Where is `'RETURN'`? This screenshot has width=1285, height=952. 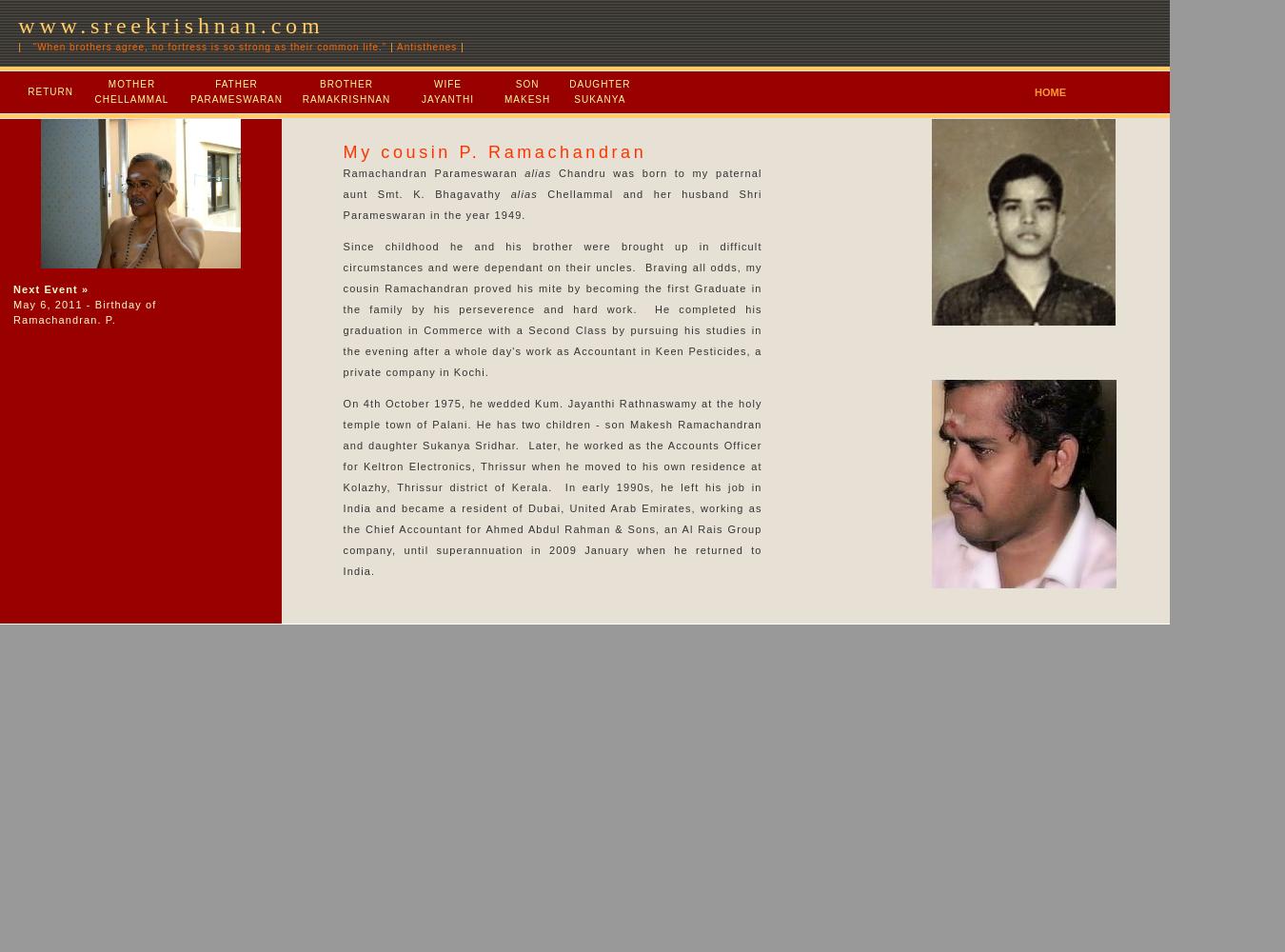
'RETURN' is located at coordinates (27, 90).